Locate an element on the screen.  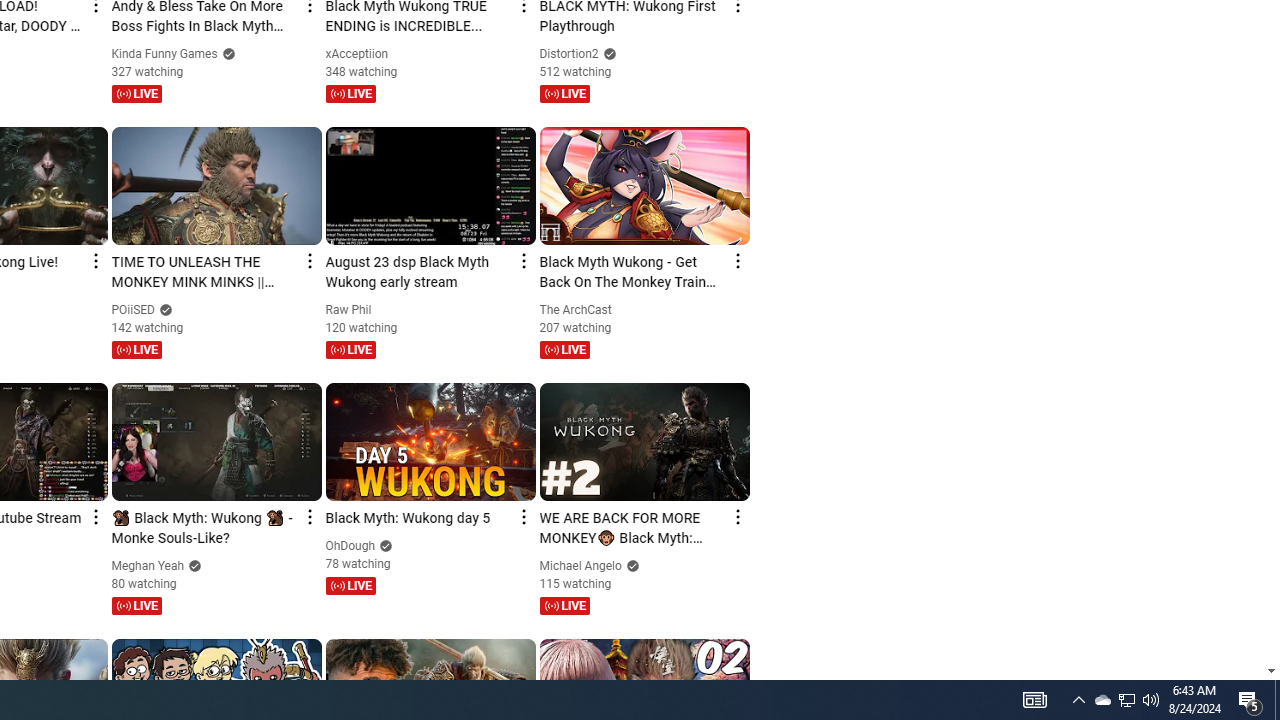
'Distortion2' is located at coordinates (568, 53).